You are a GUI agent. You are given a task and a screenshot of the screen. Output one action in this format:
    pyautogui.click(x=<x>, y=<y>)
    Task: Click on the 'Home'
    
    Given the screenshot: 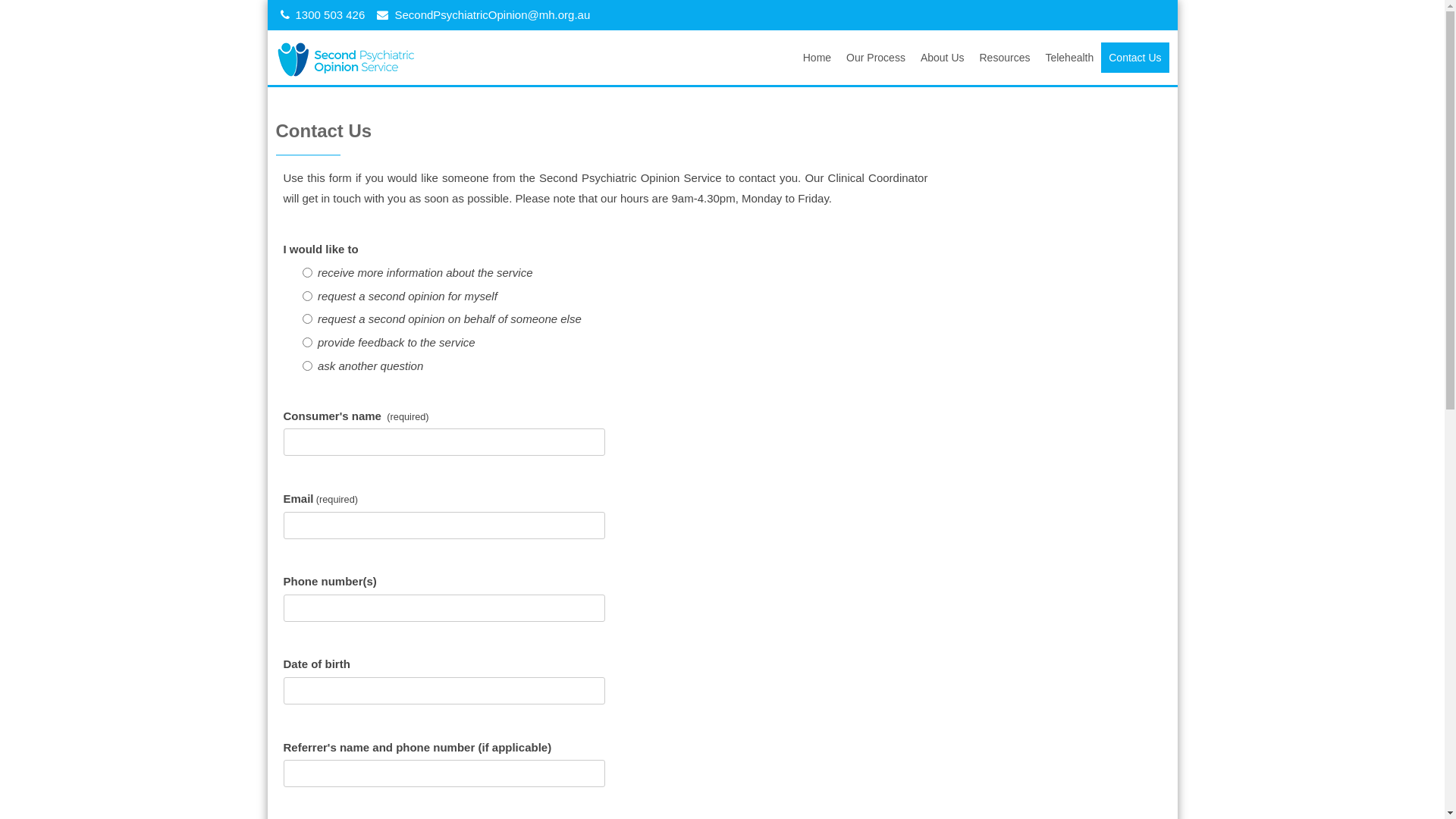 What is the action you would take?
    pyautogui.click(x=816, y=57)
    